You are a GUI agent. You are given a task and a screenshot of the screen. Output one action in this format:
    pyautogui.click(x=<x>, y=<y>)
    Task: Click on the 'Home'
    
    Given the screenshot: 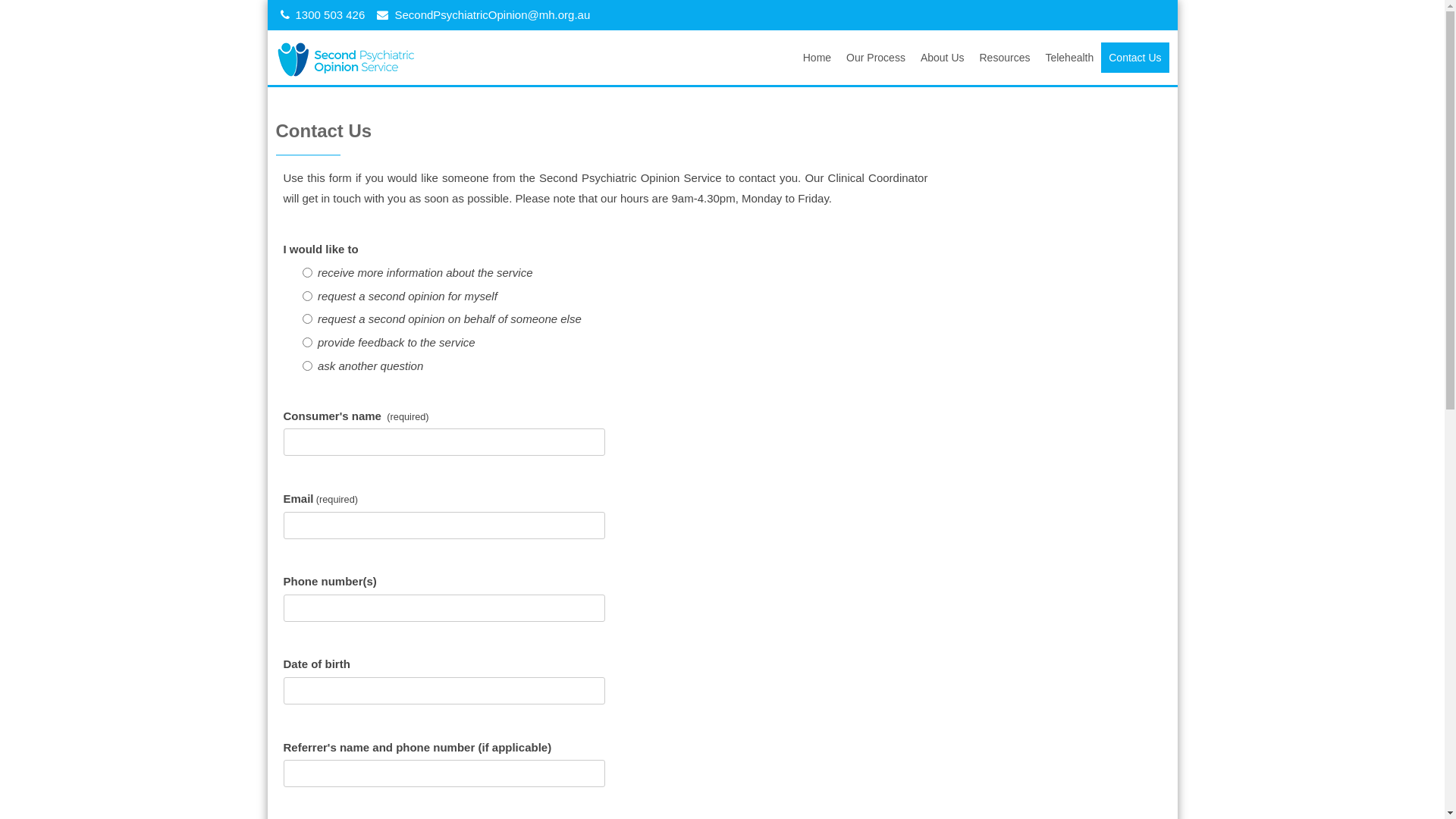 What is the action you would take?
    pyautogui.click(x=816, y=57)
    